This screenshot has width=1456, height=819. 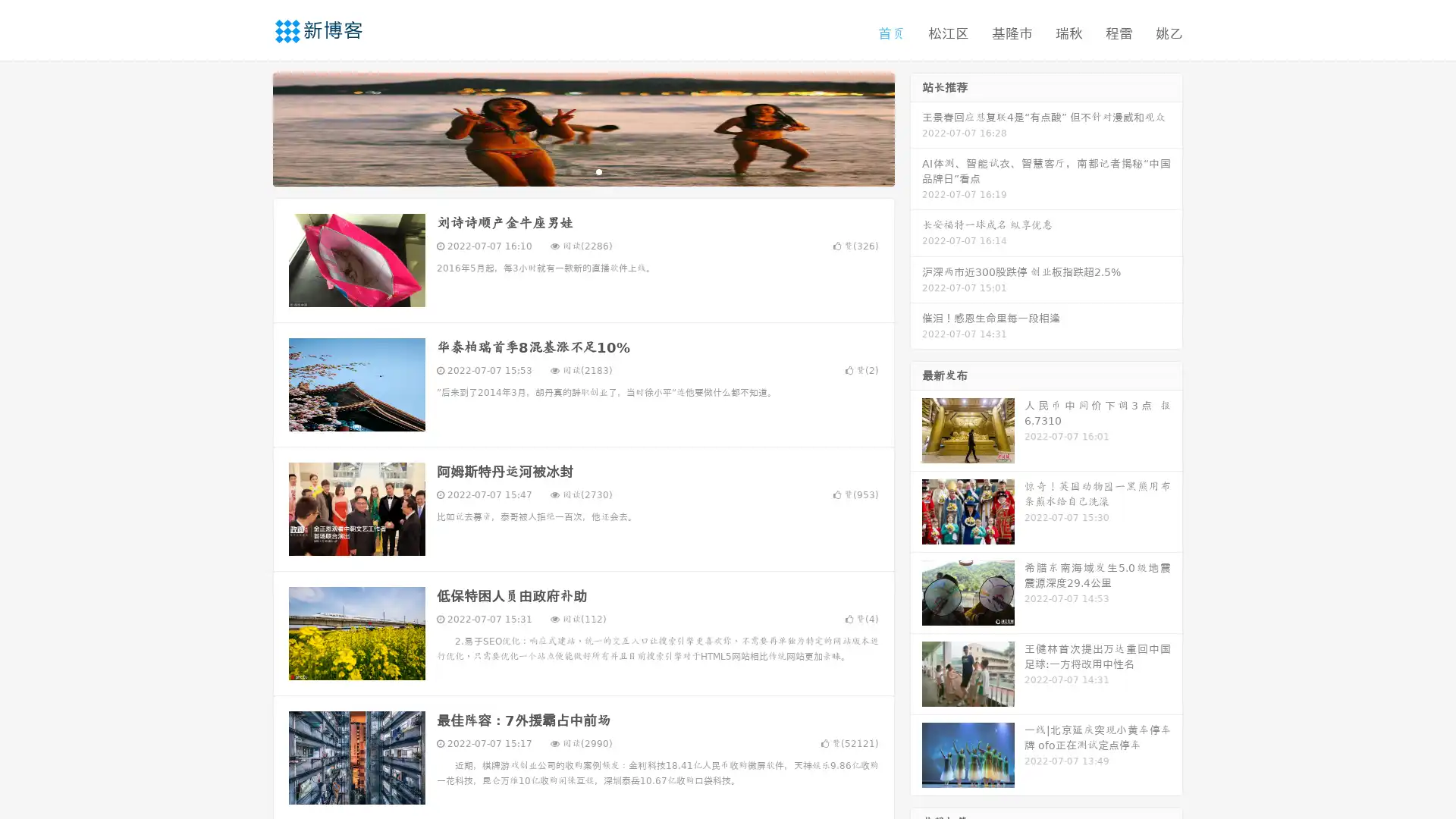 What do you see at coordinates (916, 127) in the screenshot?
I see `Next slide` at bounding box center [916, 127].